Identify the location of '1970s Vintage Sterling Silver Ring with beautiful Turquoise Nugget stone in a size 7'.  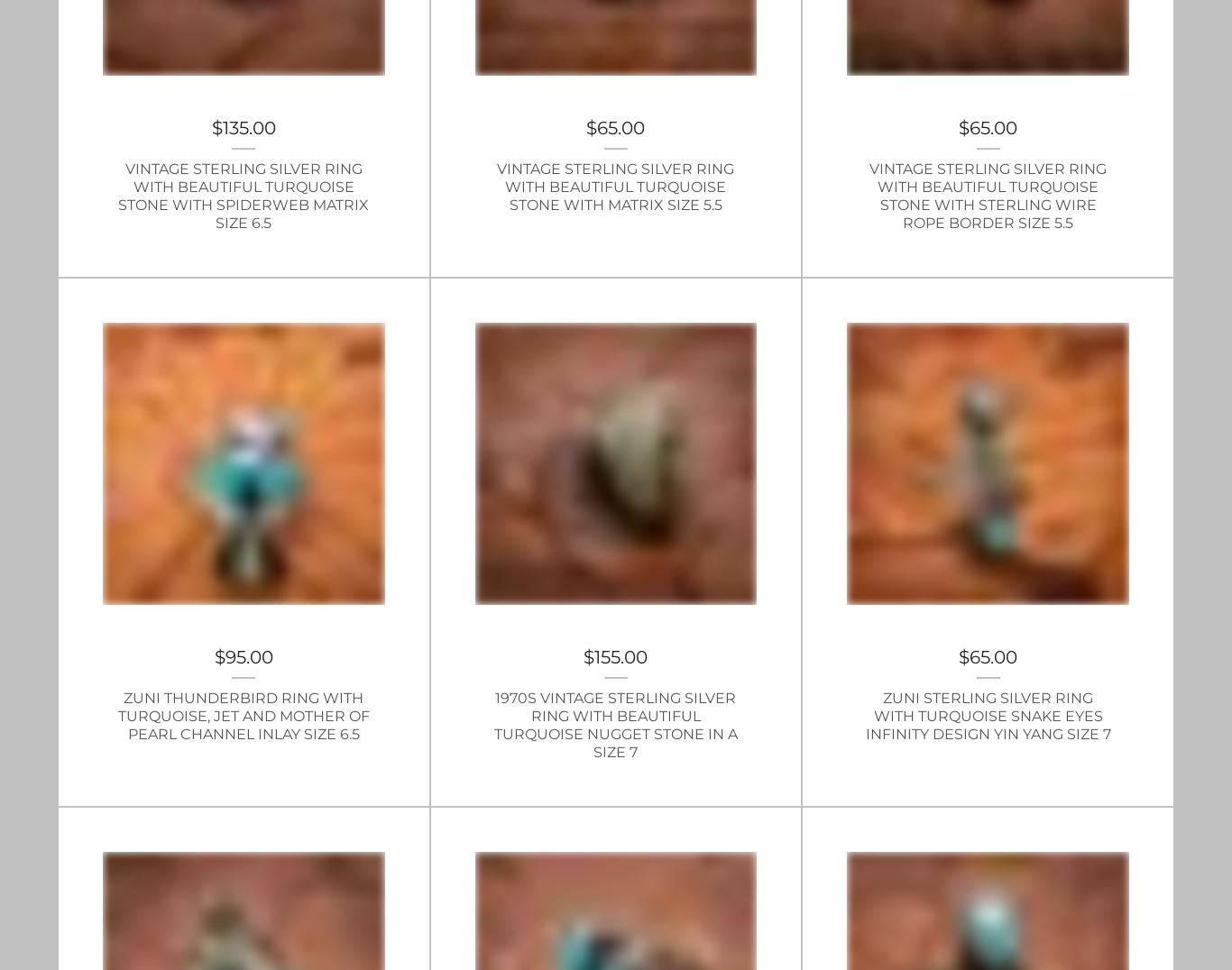
(614, 724).